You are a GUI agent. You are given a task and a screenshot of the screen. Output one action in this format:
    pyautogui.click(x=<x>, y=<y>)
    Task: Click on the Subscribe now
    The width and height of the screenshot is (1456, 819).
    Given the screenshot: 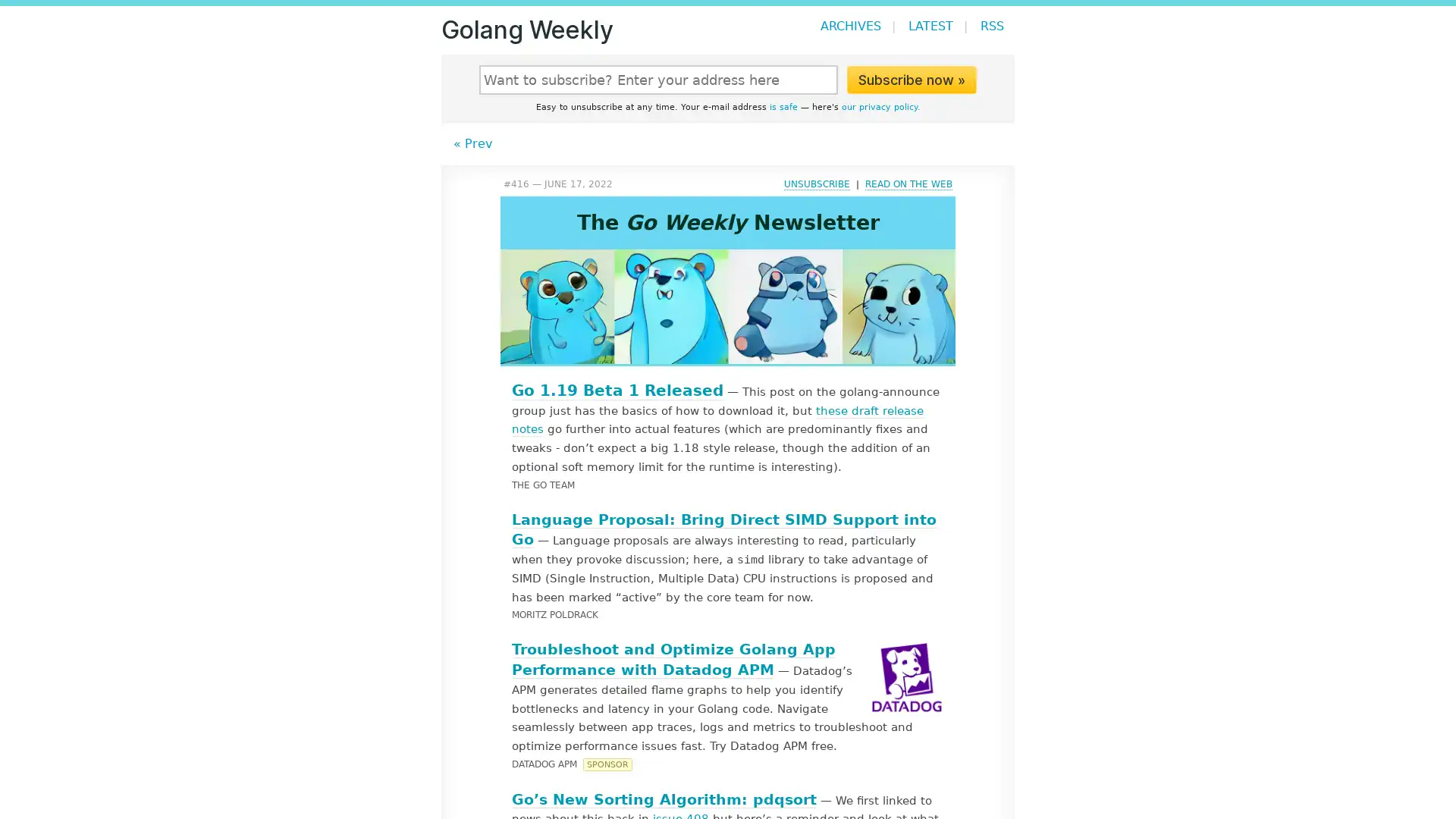 What is the action you would take?
    pyautogui.click(x=911, y=80)
    